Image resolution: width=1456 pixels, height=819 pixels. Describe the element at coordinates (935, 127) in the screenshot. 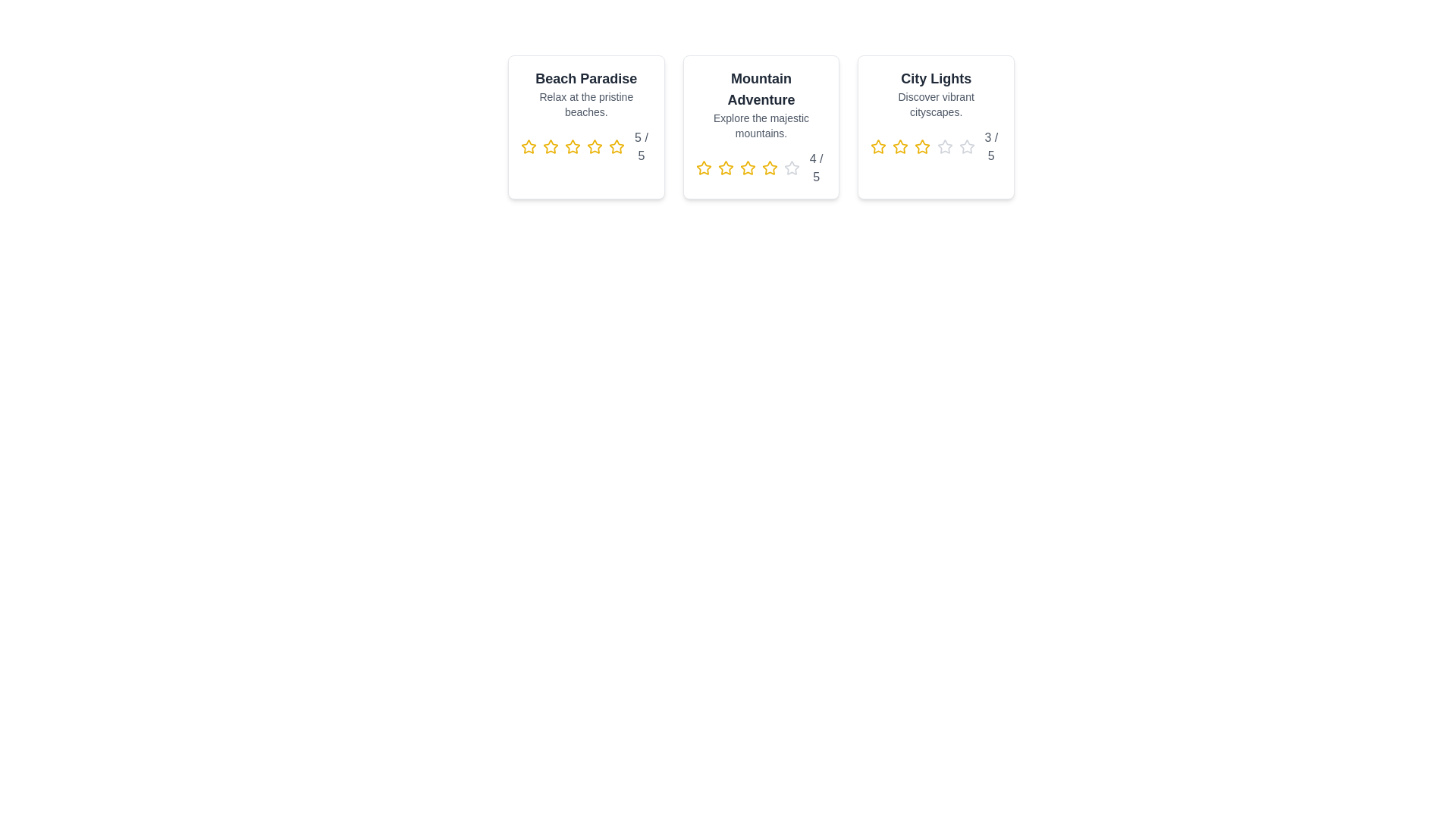

I see `the card titled 'City Lights' to observe its hover effect` at that location.